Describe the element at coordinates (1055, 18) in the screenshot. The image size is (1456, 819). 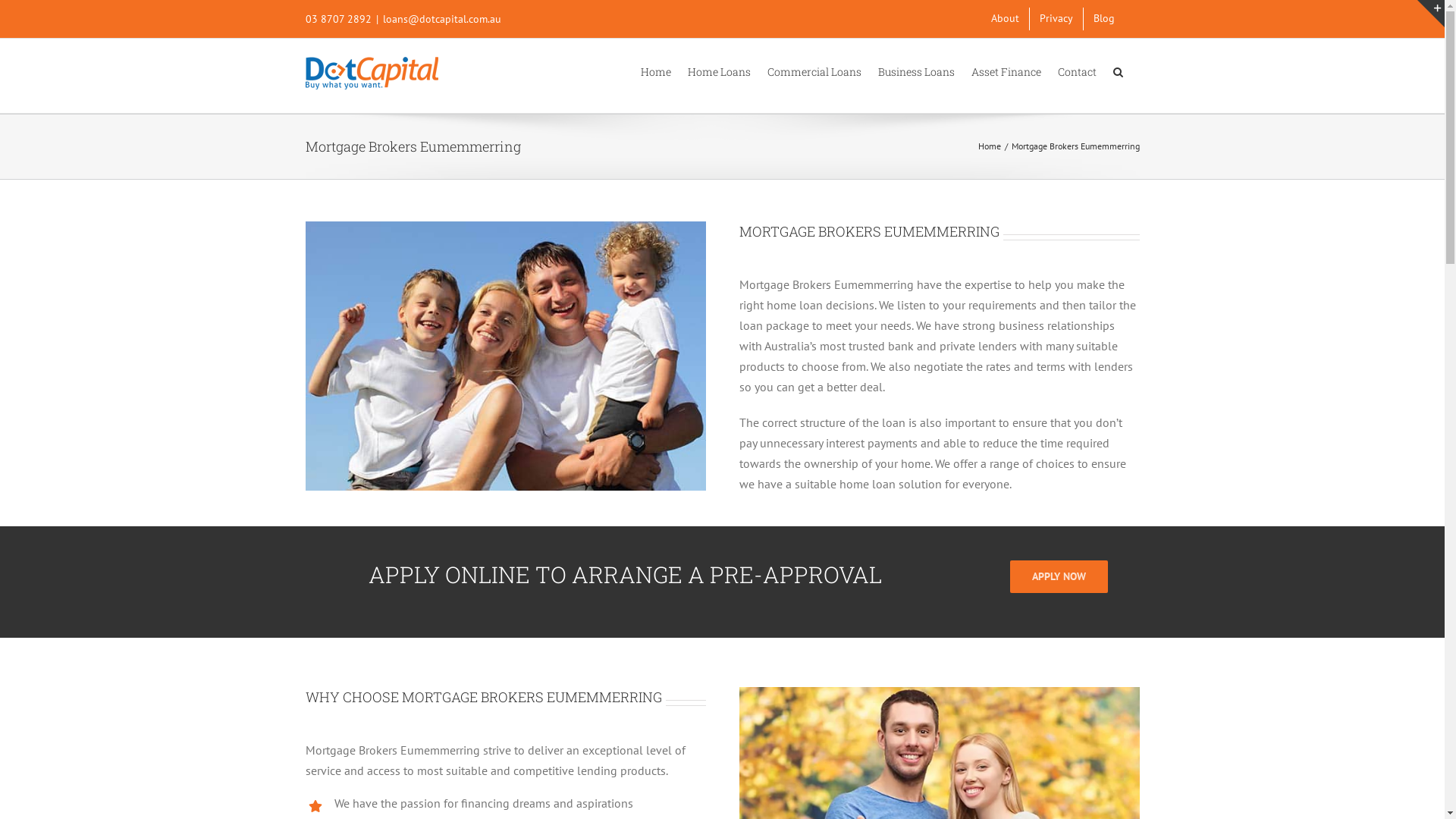
I see `'Privacy'` at that location.